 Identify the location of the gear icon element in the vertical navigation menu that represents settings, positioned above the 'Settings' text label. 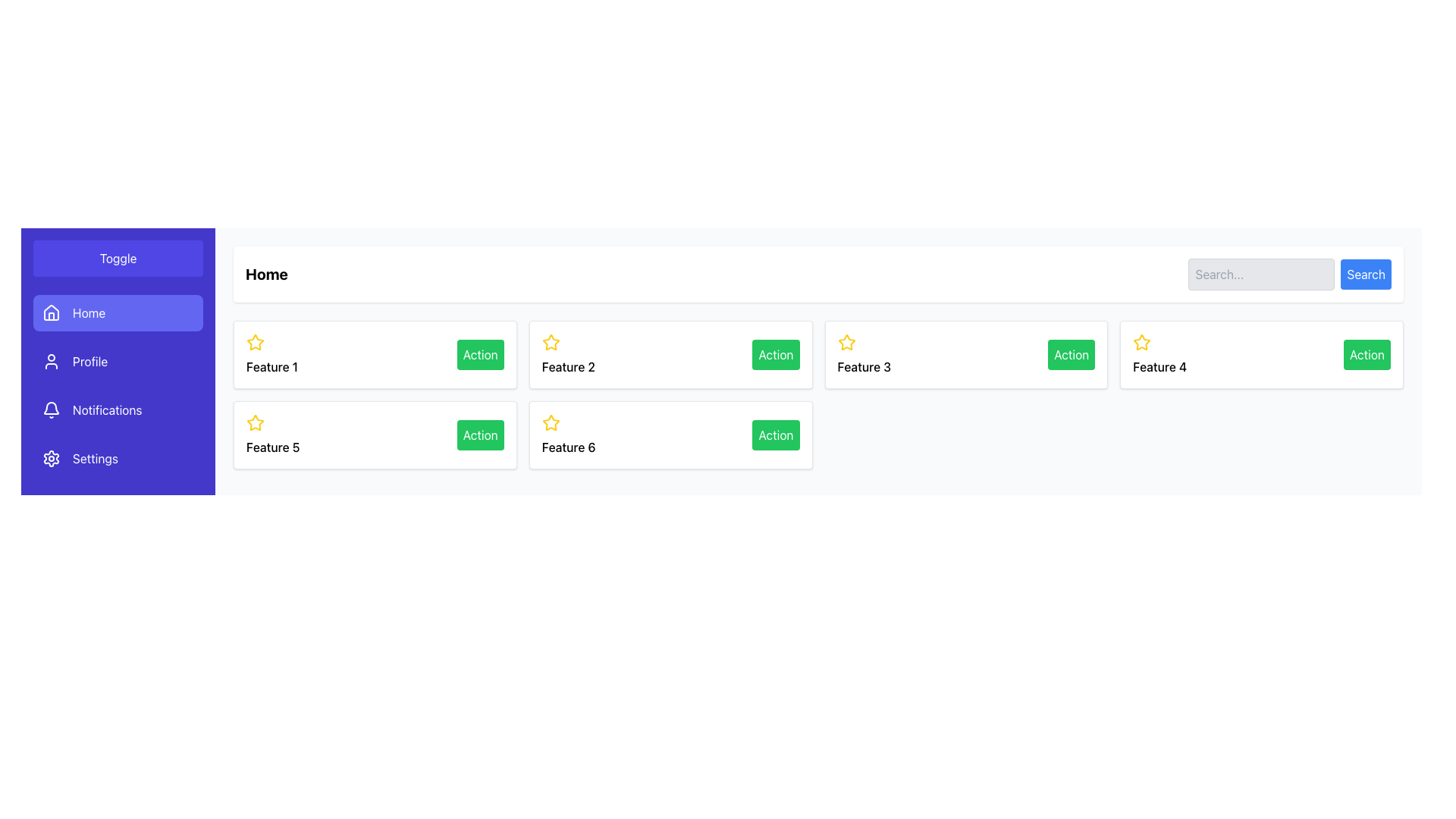
(51, 458).